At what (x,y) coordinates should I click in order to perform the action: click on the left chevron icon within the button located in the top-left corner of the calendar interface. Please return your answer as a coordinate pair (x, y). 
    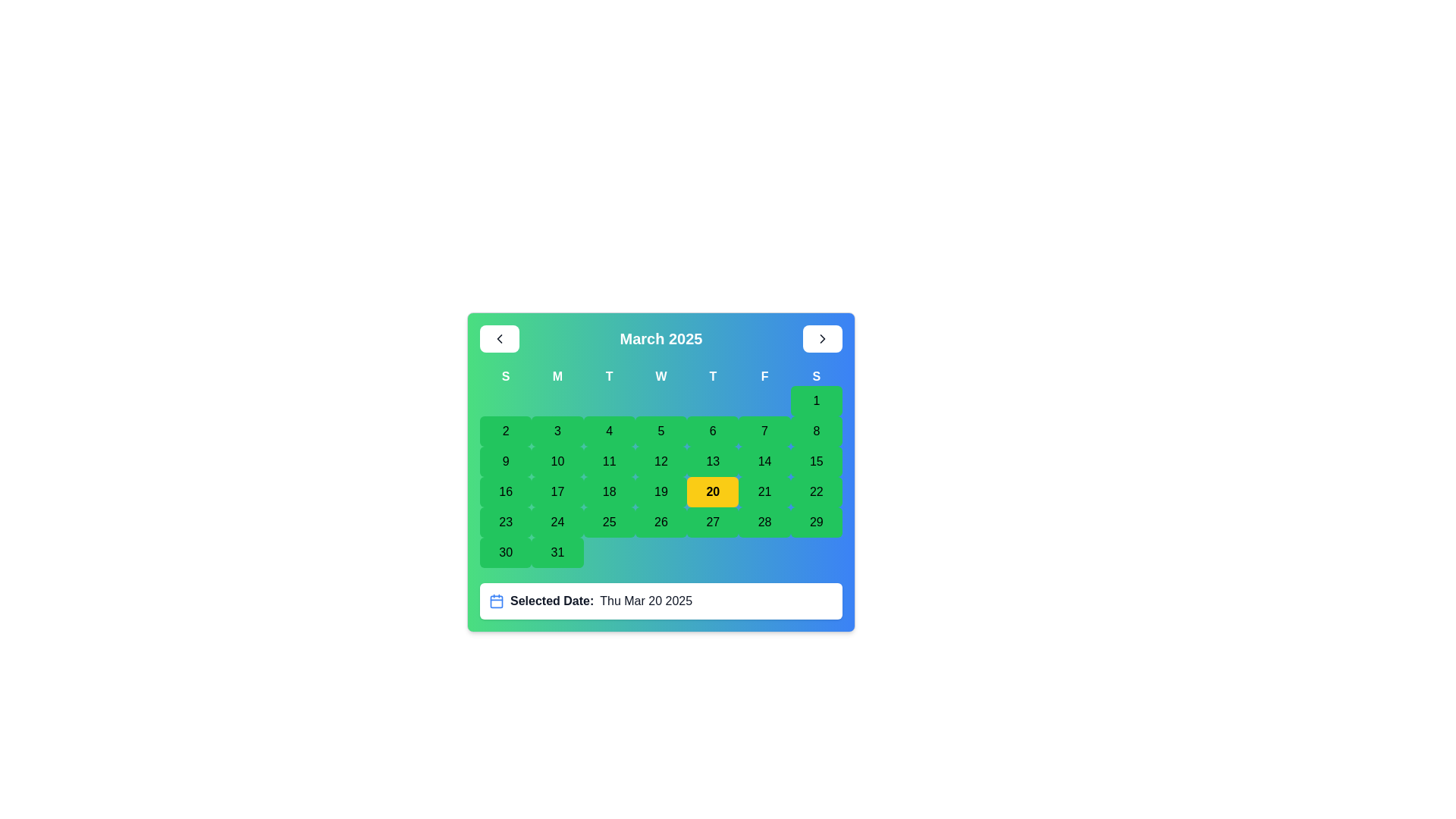
    Looking at the image, I should click on (499, 338).